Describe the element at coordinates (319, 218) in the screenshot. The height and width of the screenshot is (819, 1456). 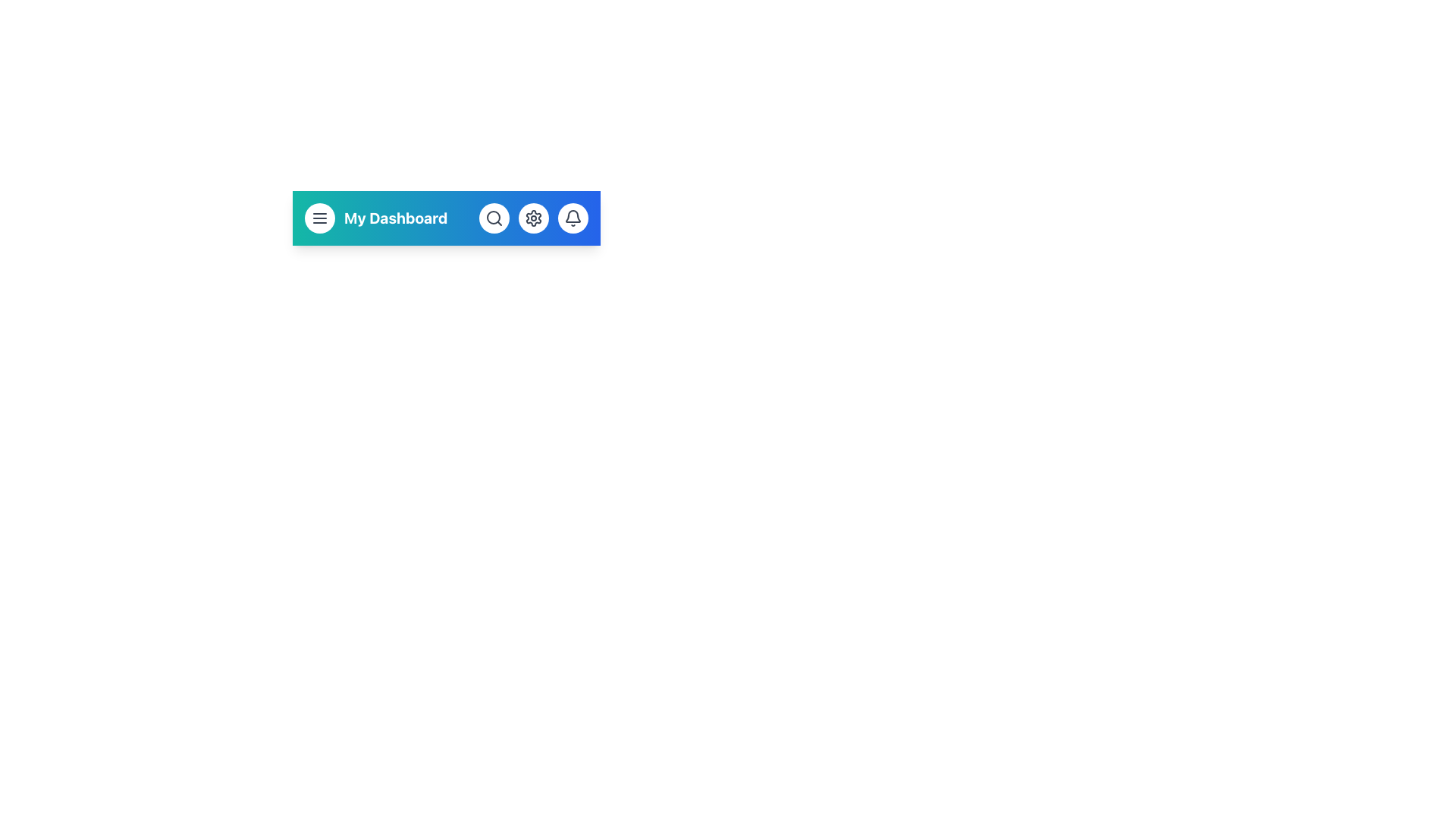
I see `the menu button located at the upper left of the interface` at that location.